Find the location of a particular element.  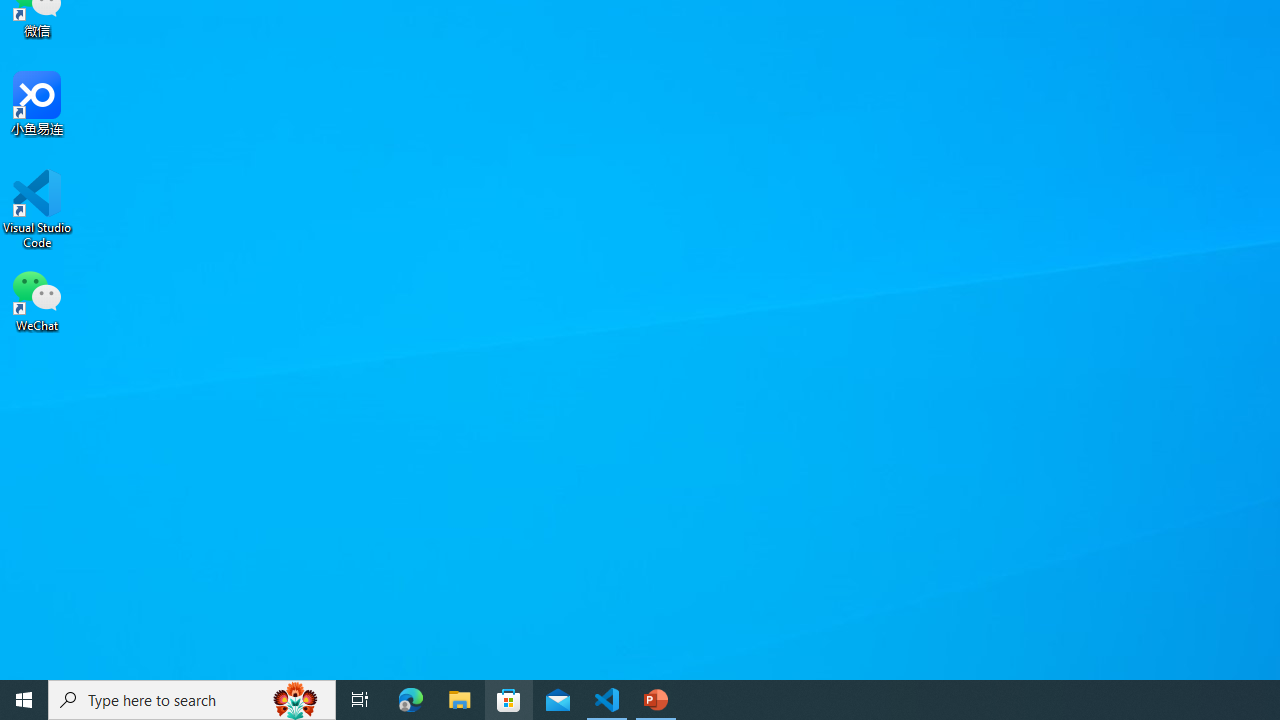

'Visual Studio Code' is located at coordinates (37, 209).